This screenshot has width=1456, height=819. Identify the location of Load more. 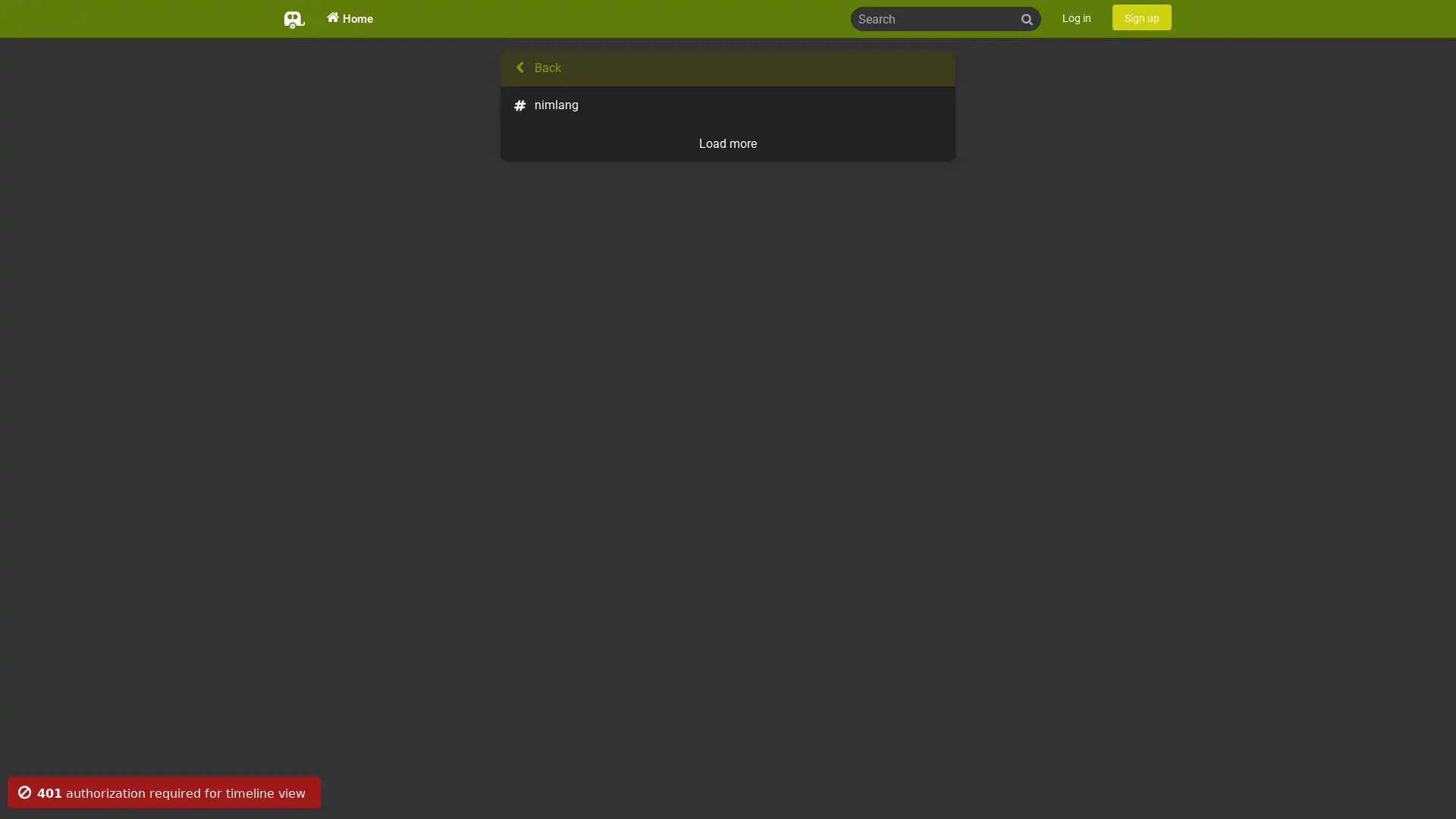
(728, 143).